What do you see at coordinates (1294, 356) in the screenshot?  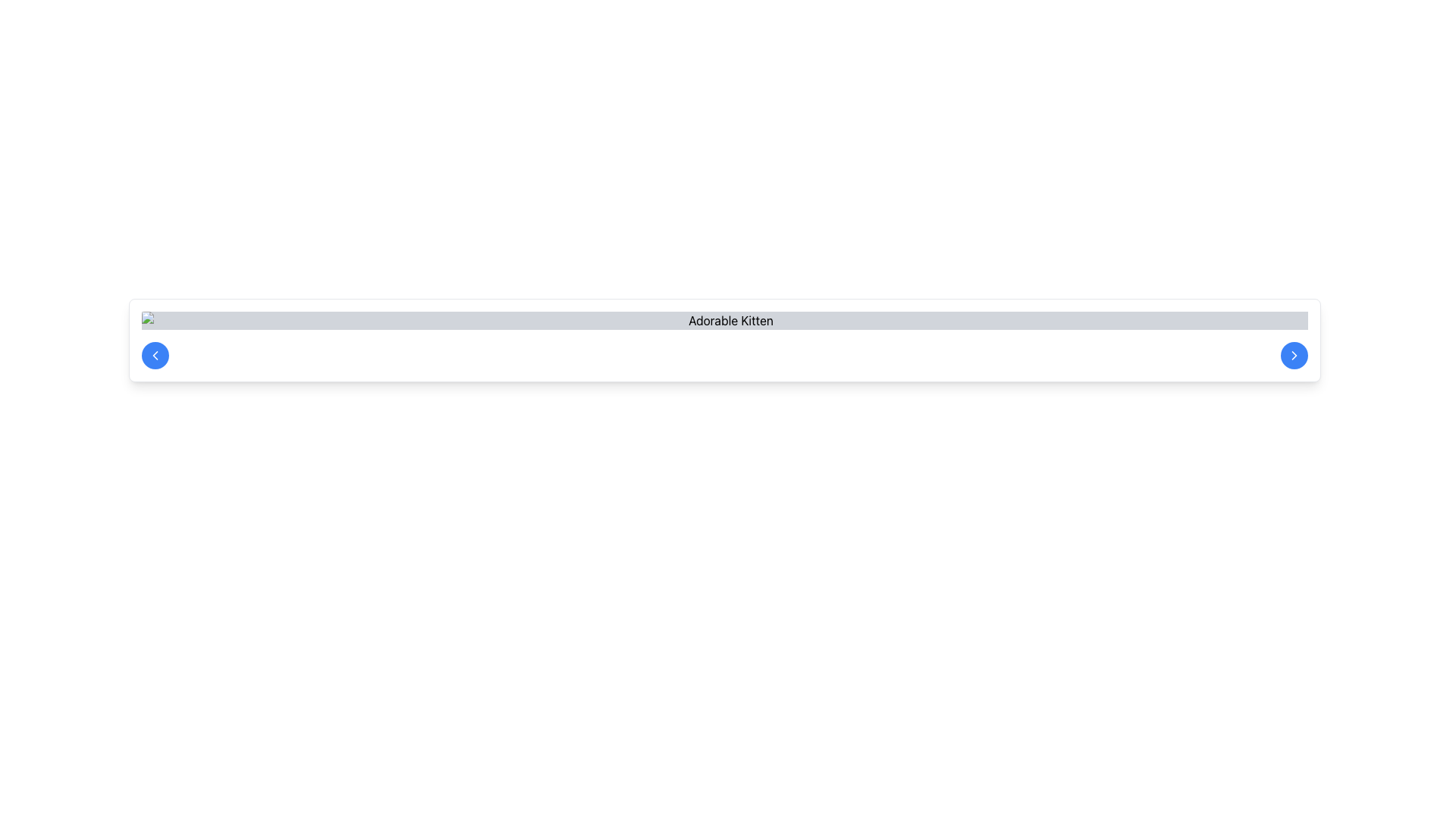 I see `the circular blue button with a white chevron pointing right, located on the far-right side of the interface` at bounding box center [1294, 356].